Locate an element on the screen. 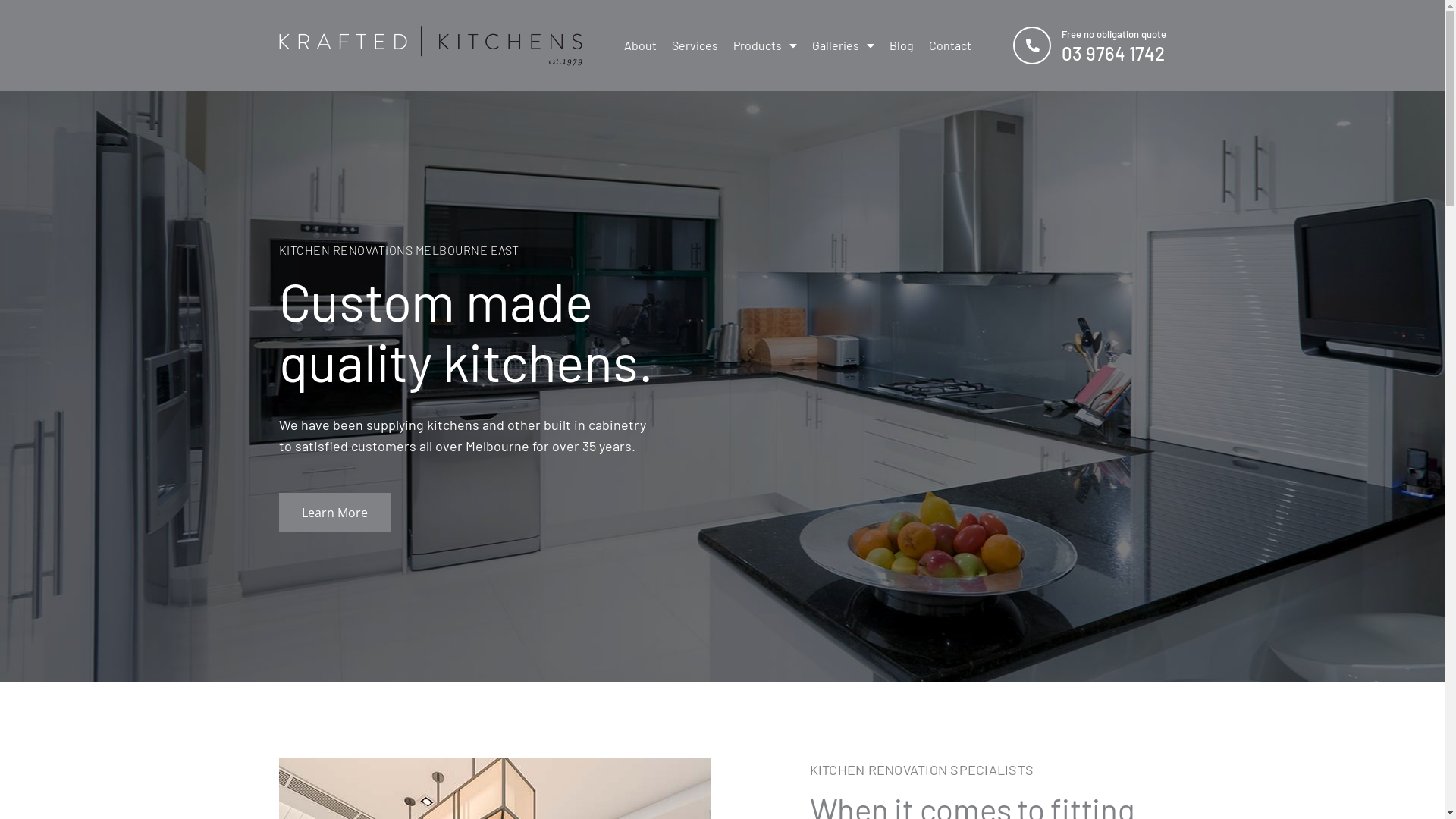 The width and height of the screenshot is (1456, 819). 'Learn More' is located at coordinates (279, 512).